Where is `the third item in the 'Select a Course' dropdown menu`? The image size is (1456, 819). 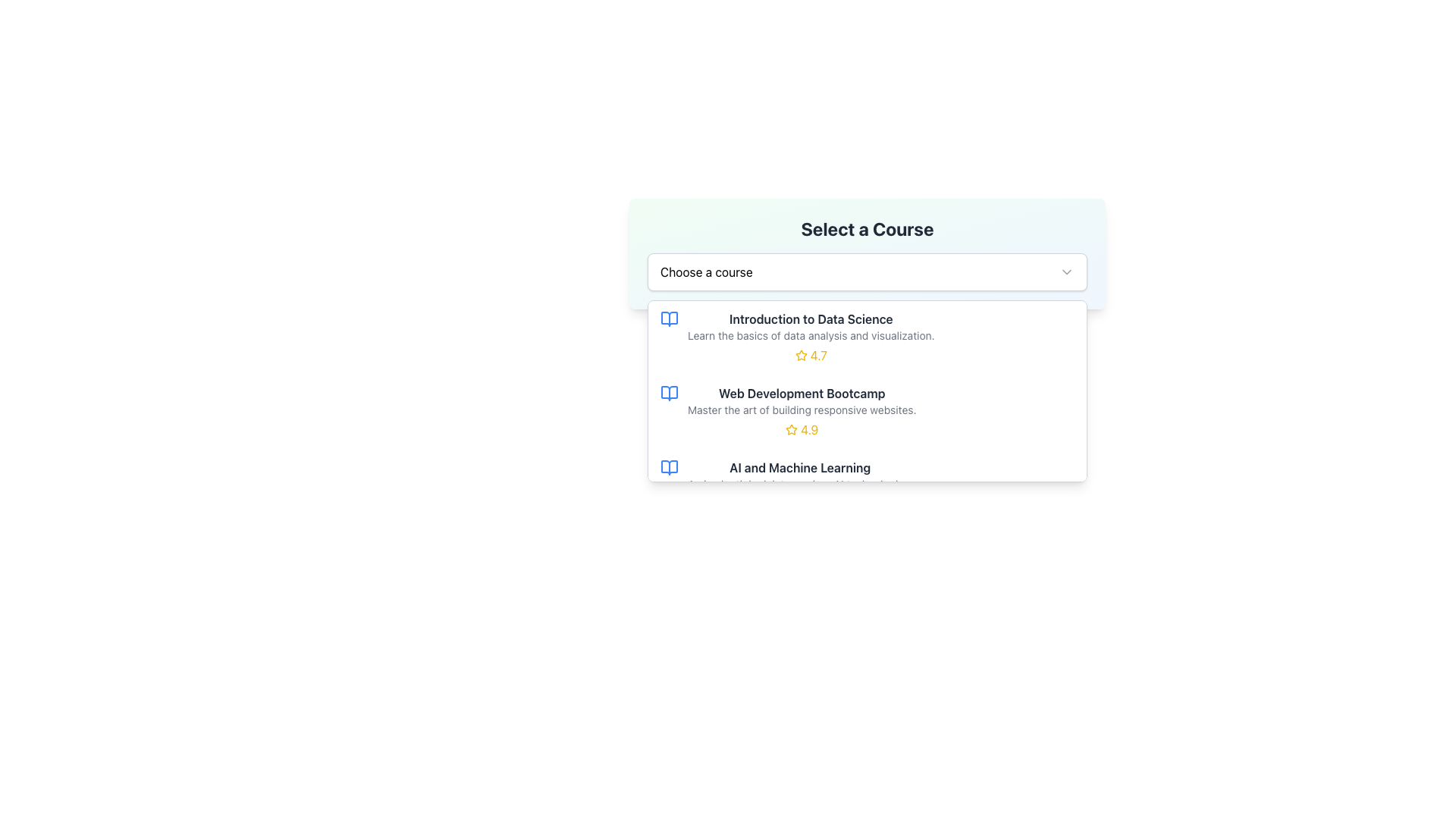
the third item in the 'Select a Course' dropdown menu is located at coordinates (867, 486).